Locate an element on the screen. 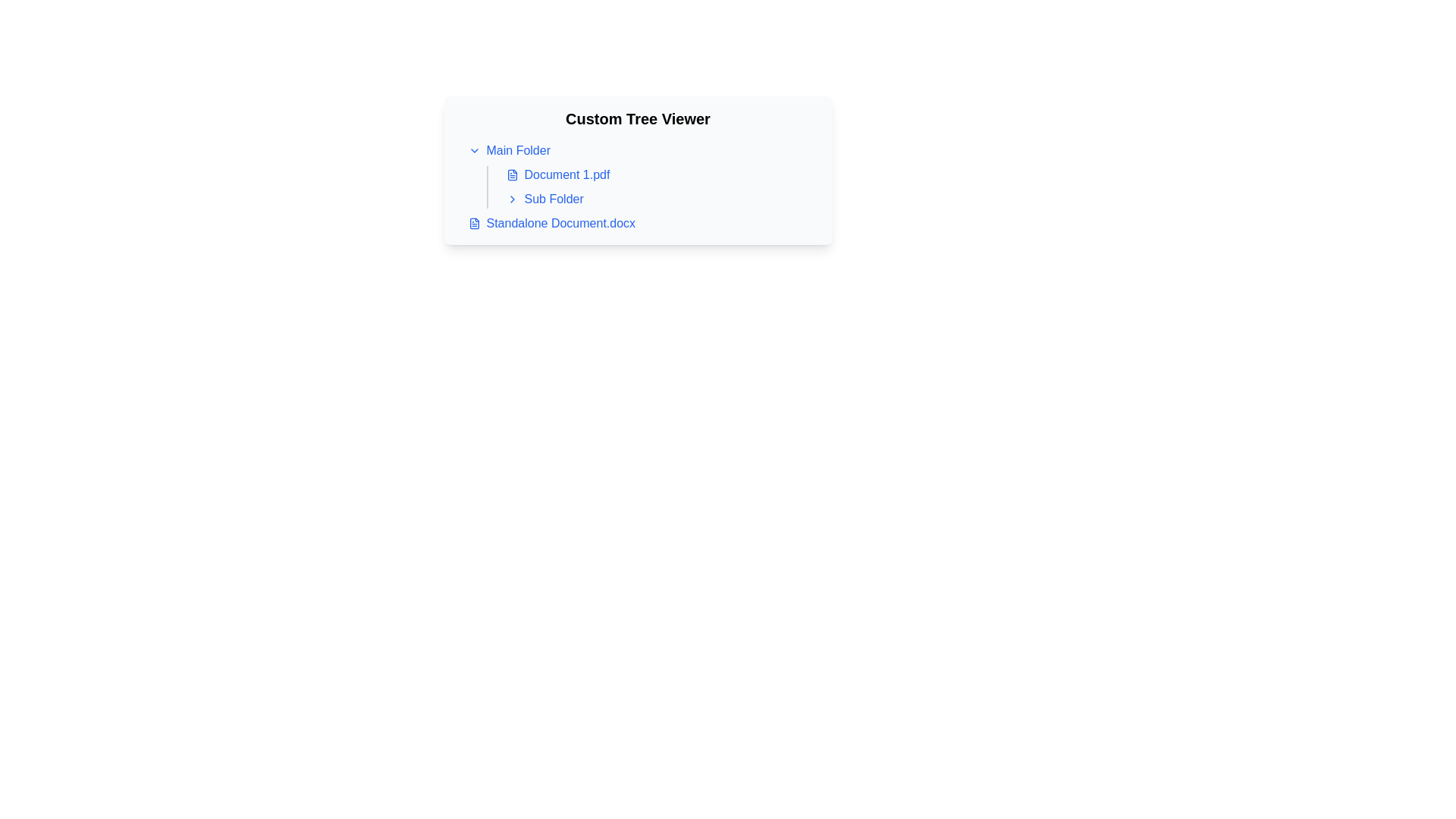 The height and width of the screenshot is (819, 1456). the outlined vector graphic icon representing a document, which is located to the left of the text label 'Standalone Document.docx' is located at coordinates (473, 223).